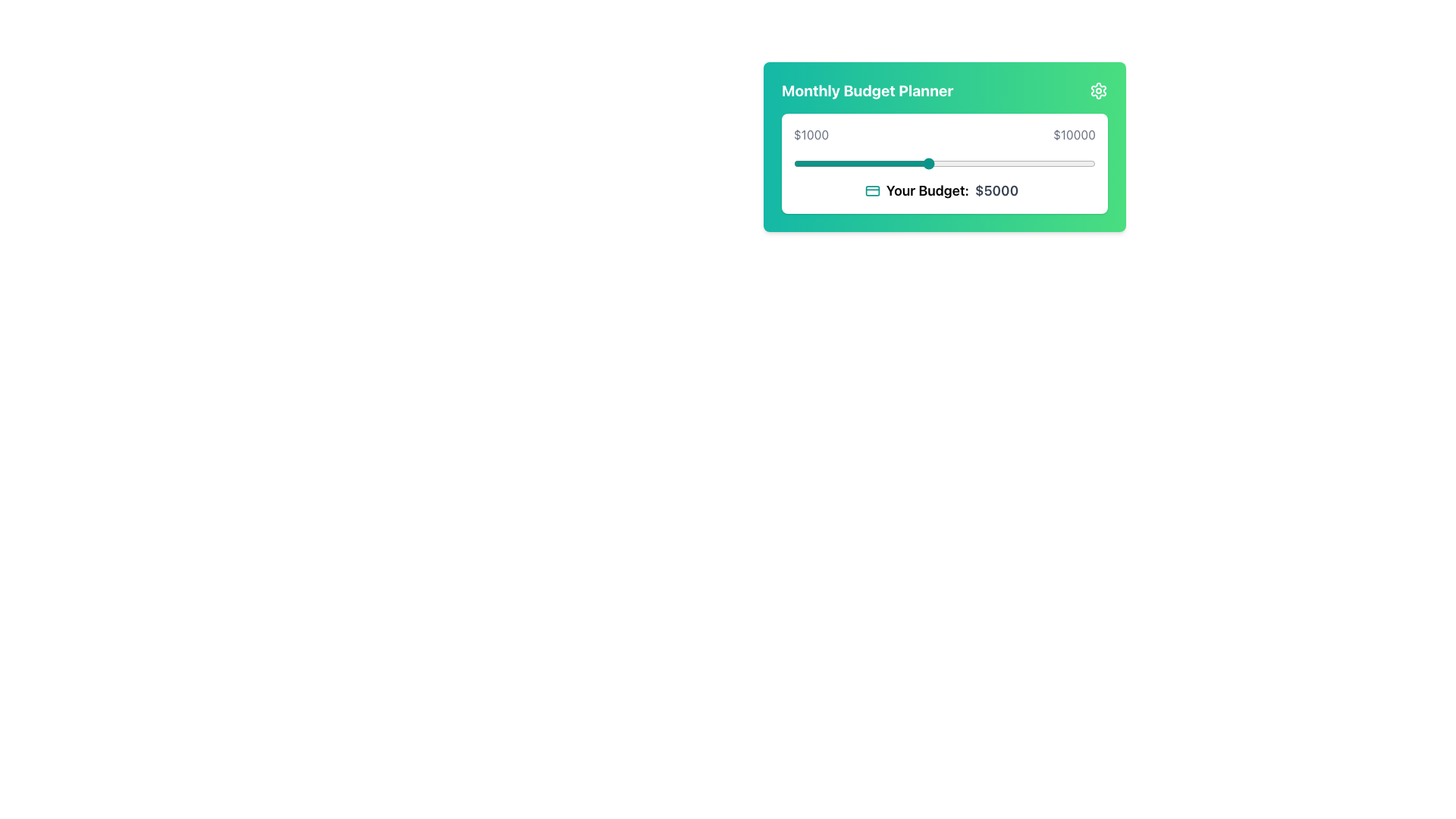  Describe the element at coordinates (944, 164) in the screenshot. I see `the gray label displaying the value '$1000' on the interactive slider for more information` at that location.